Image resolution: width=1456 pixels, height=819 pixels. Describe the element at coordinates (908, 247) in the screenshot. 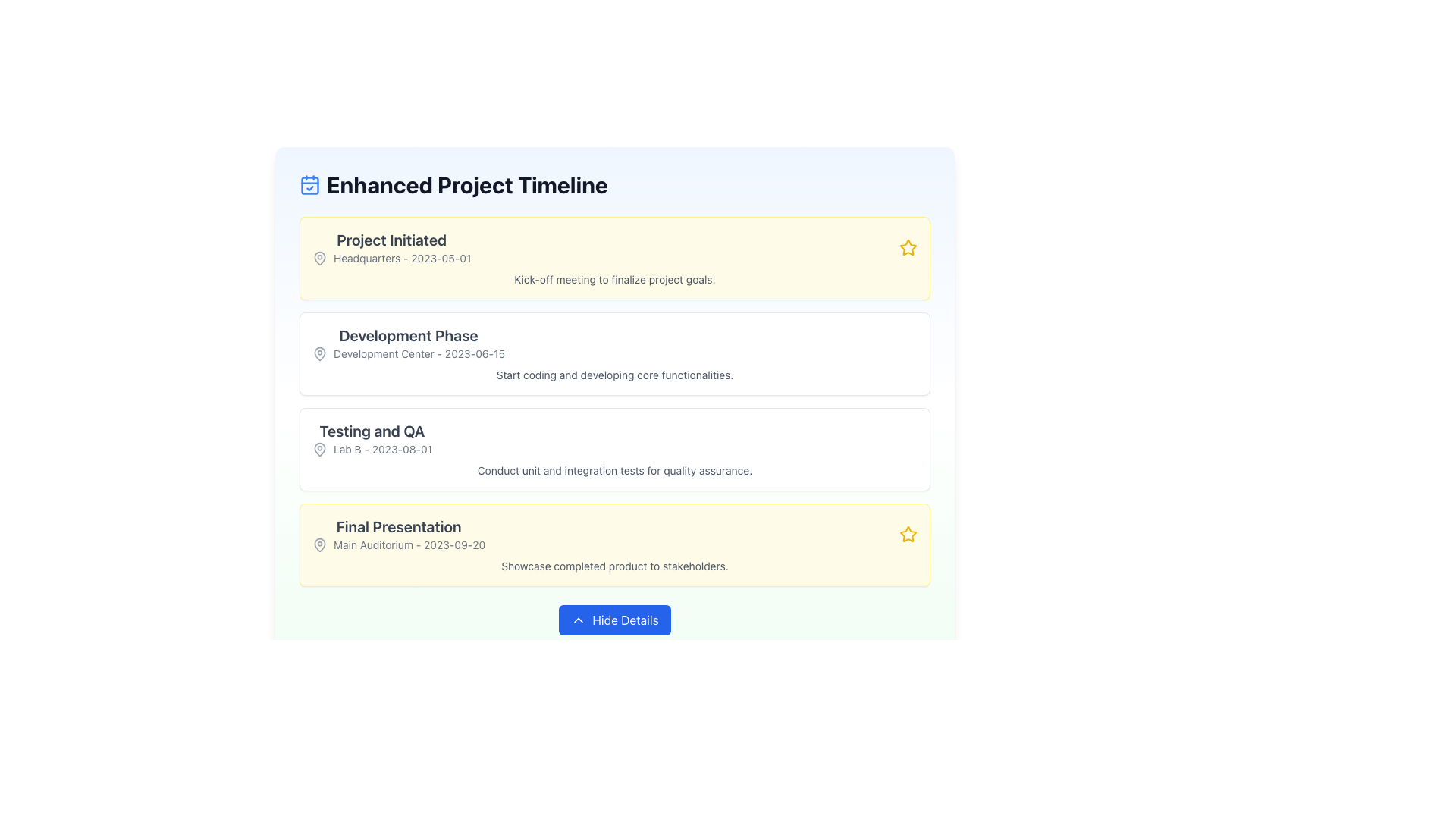

I see `the star icon located in the 'Project Initiated' entry of the timeline to indicate its importance` at that location.